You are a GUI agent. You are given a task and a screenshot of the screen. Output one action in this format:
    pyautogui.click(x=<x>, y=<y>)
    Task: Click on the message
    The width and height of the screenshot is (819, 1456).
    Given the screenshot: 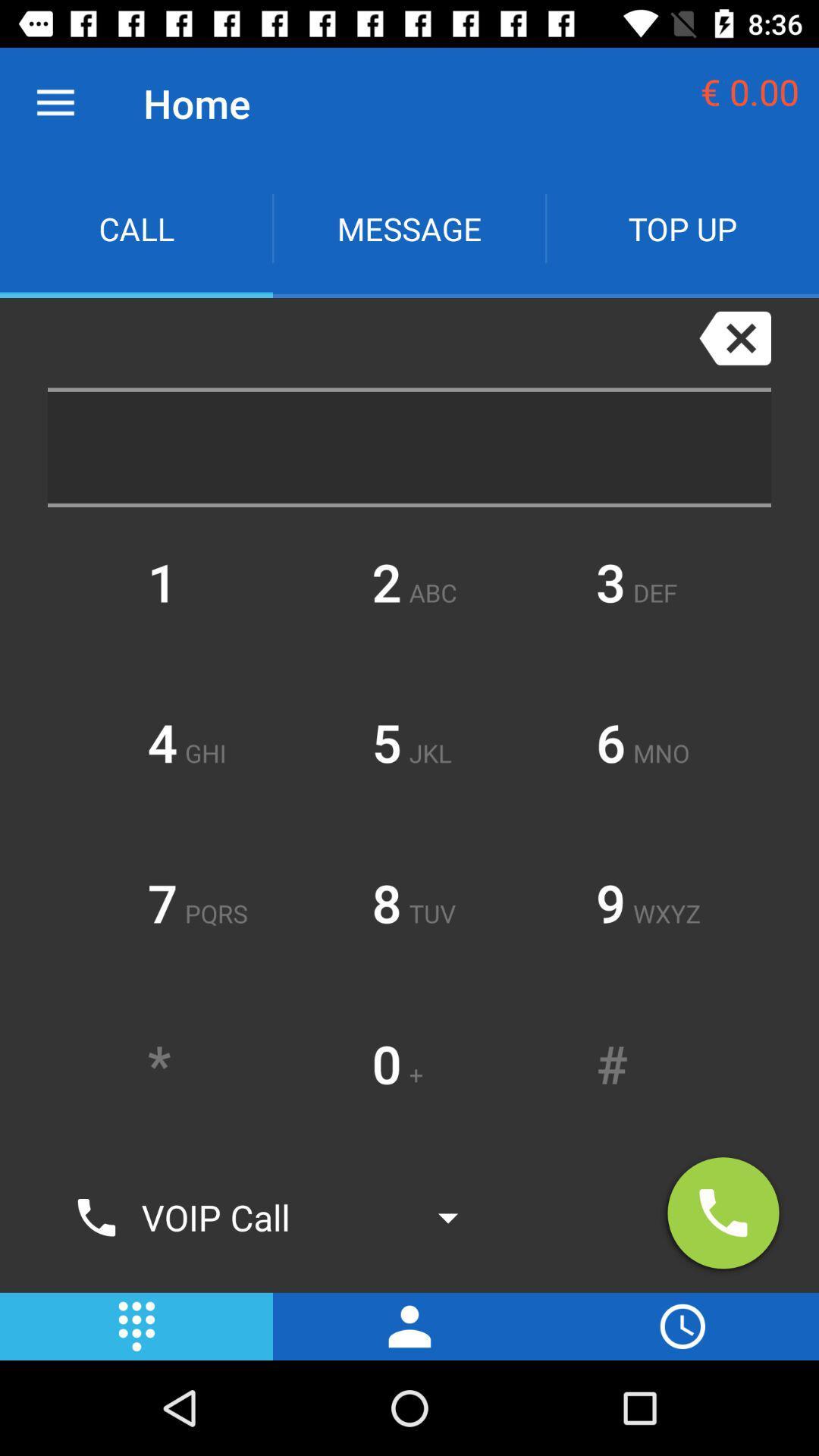 What is the action you would take?
    pyautogui.click(x=409, y=227)
    